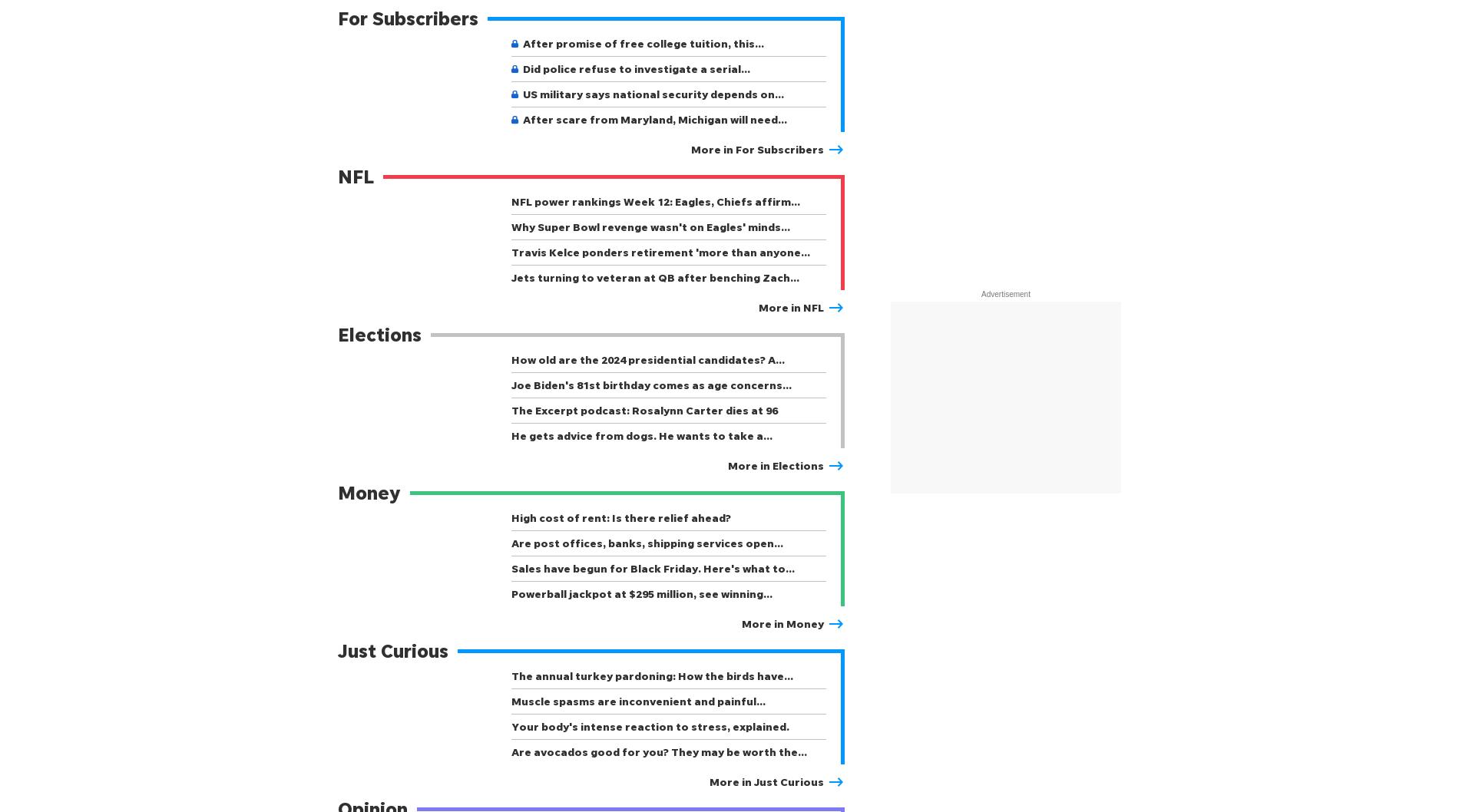  What do you see at coordinates (757, 149) in the screenshot?
I see `'More in For Subscribers'` at bounding box center [757, 149].